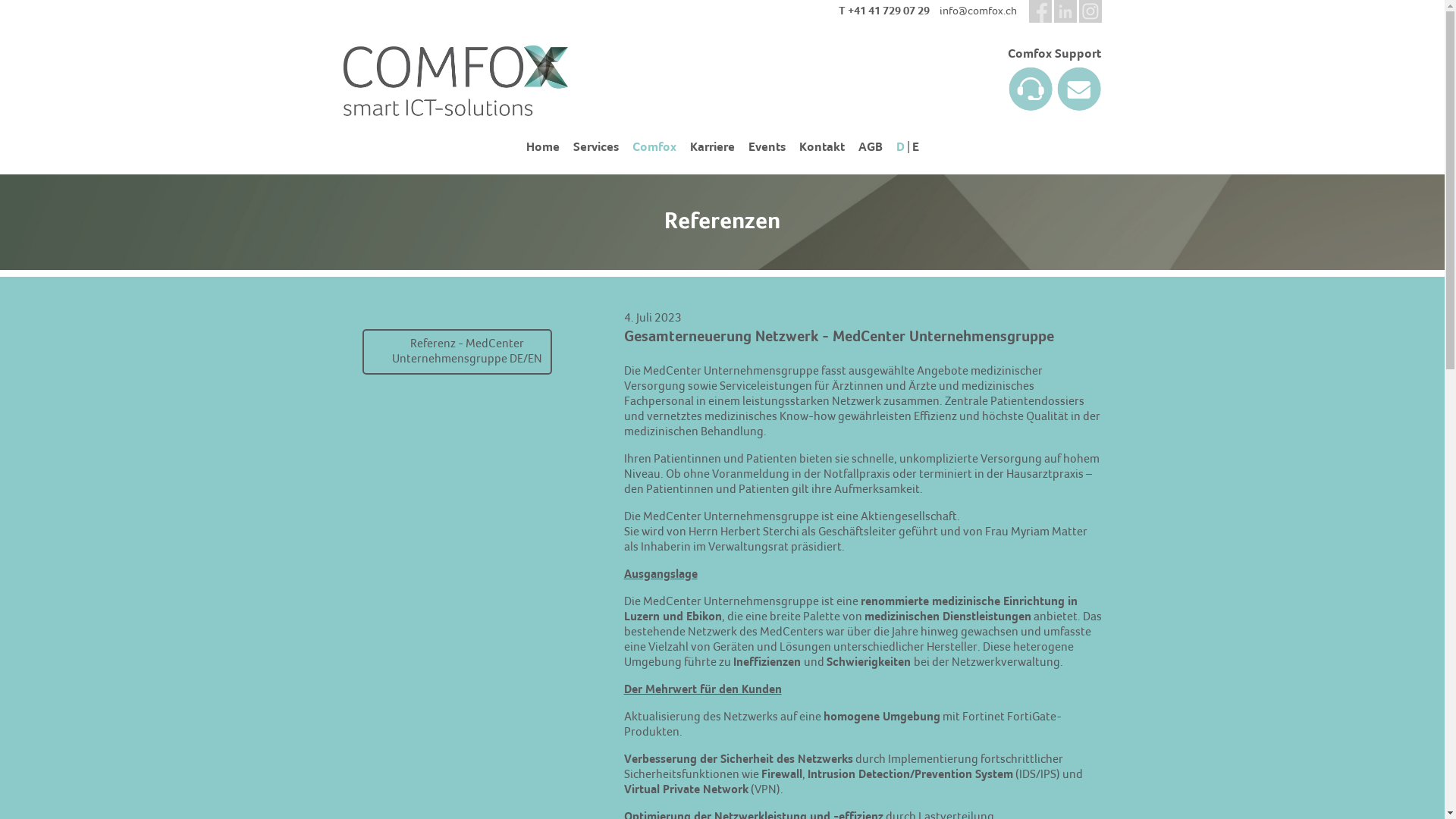 This screenshot has height=819, width=1456. Describe the element at coordinates (595, 147) in the screenshot. I see `'Services'` at that location.